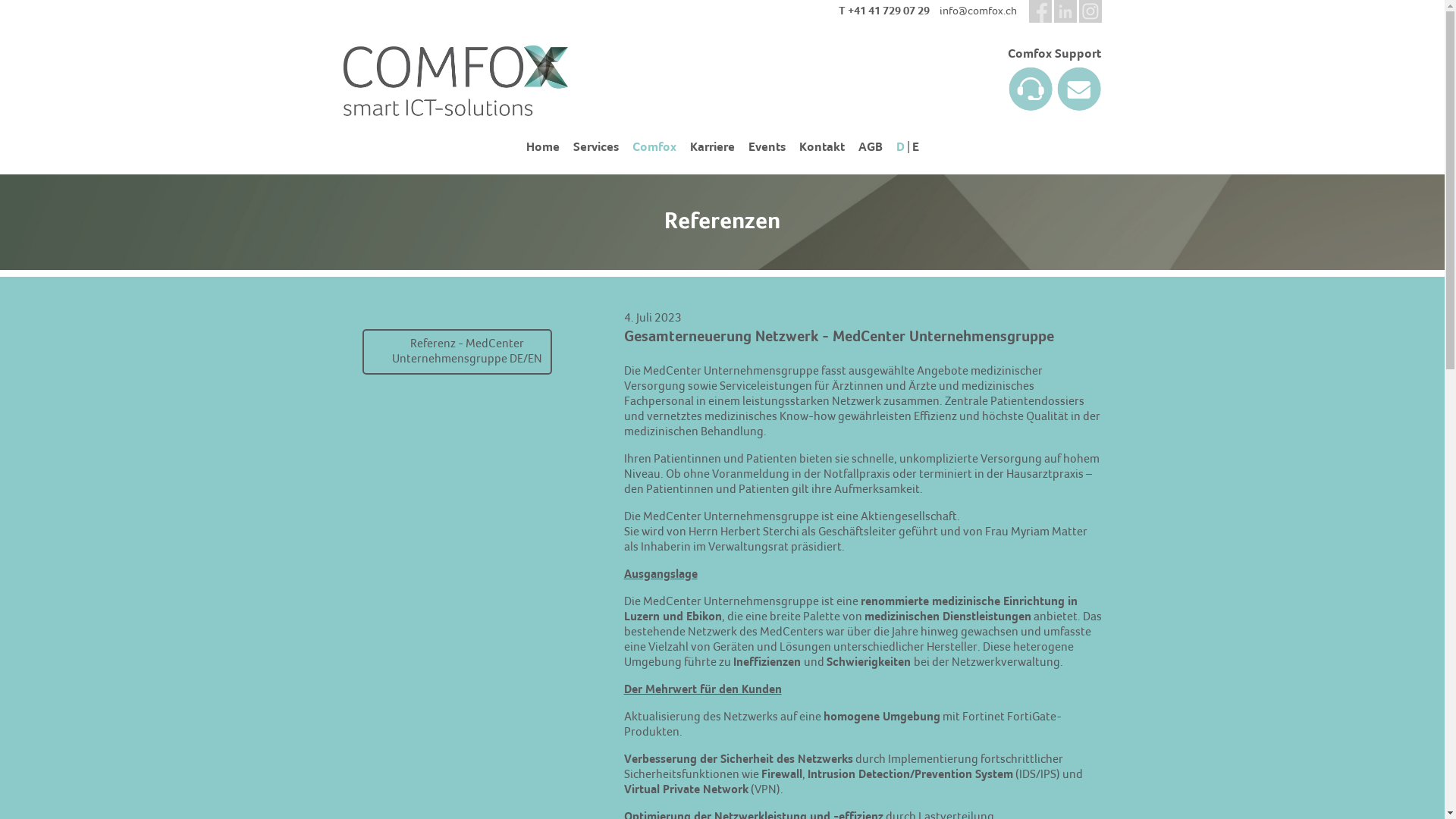 This screenshot has height=819, width=1456. Describe the element at coordinates (595, 147) in the screenshot. I see `'Services'` at that location.